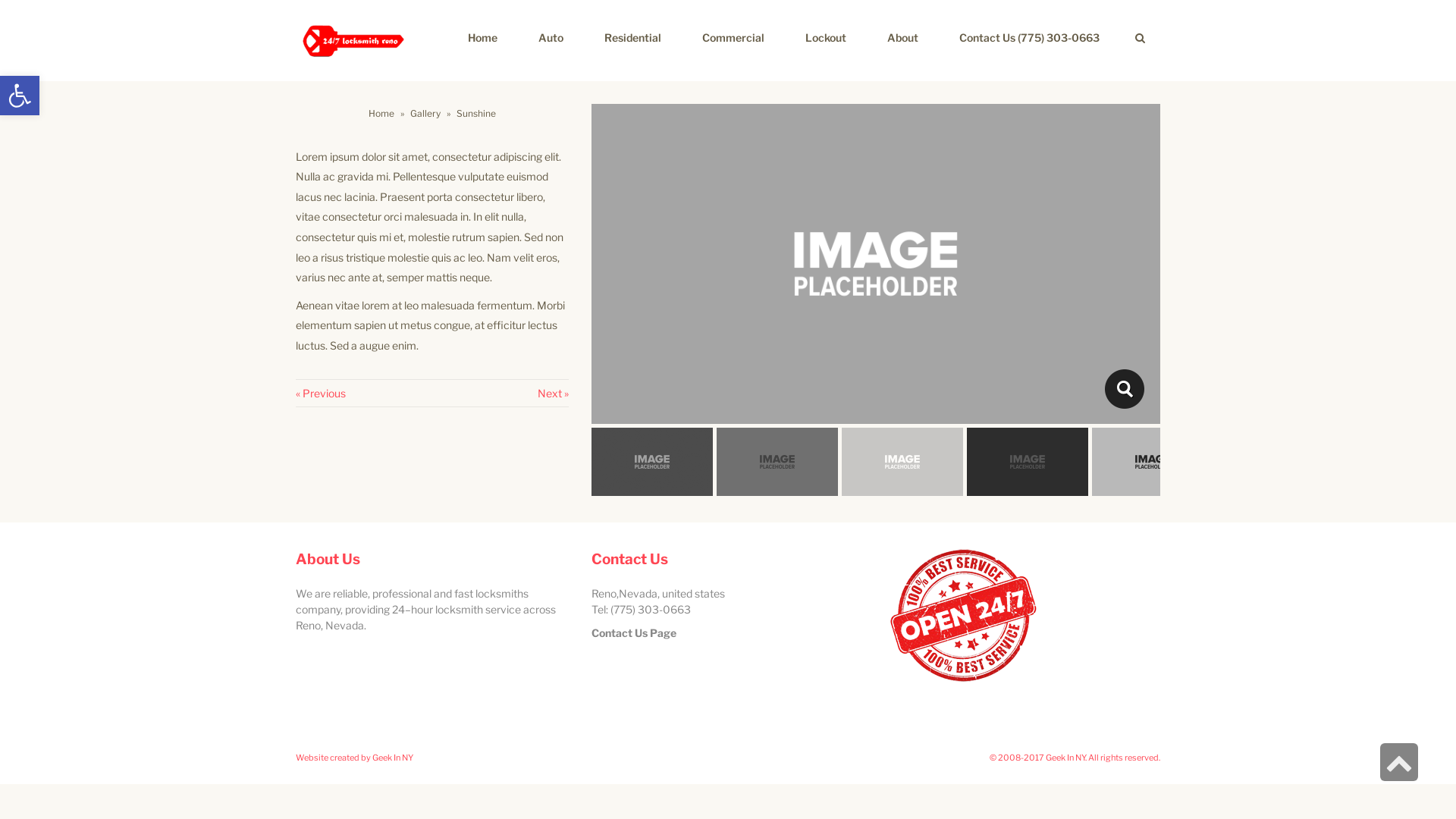  What do you see at coordinates (1398, 762) in the screenshot?
I see `'Scroll to top'` at bounding box center [1398, 762].